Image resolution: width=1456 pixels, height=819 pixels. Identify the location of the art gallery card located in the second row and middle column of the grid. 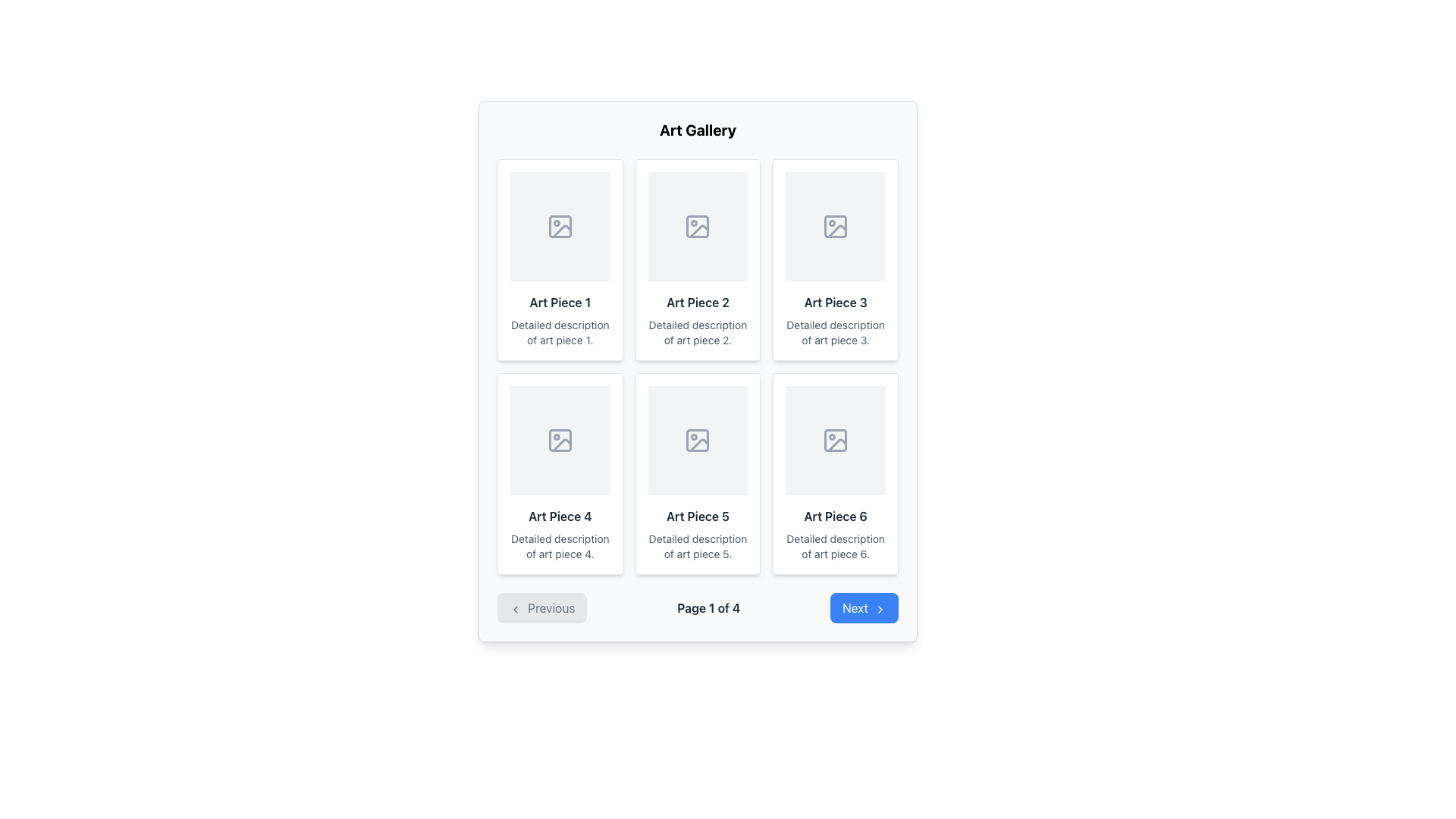
(697, 472).